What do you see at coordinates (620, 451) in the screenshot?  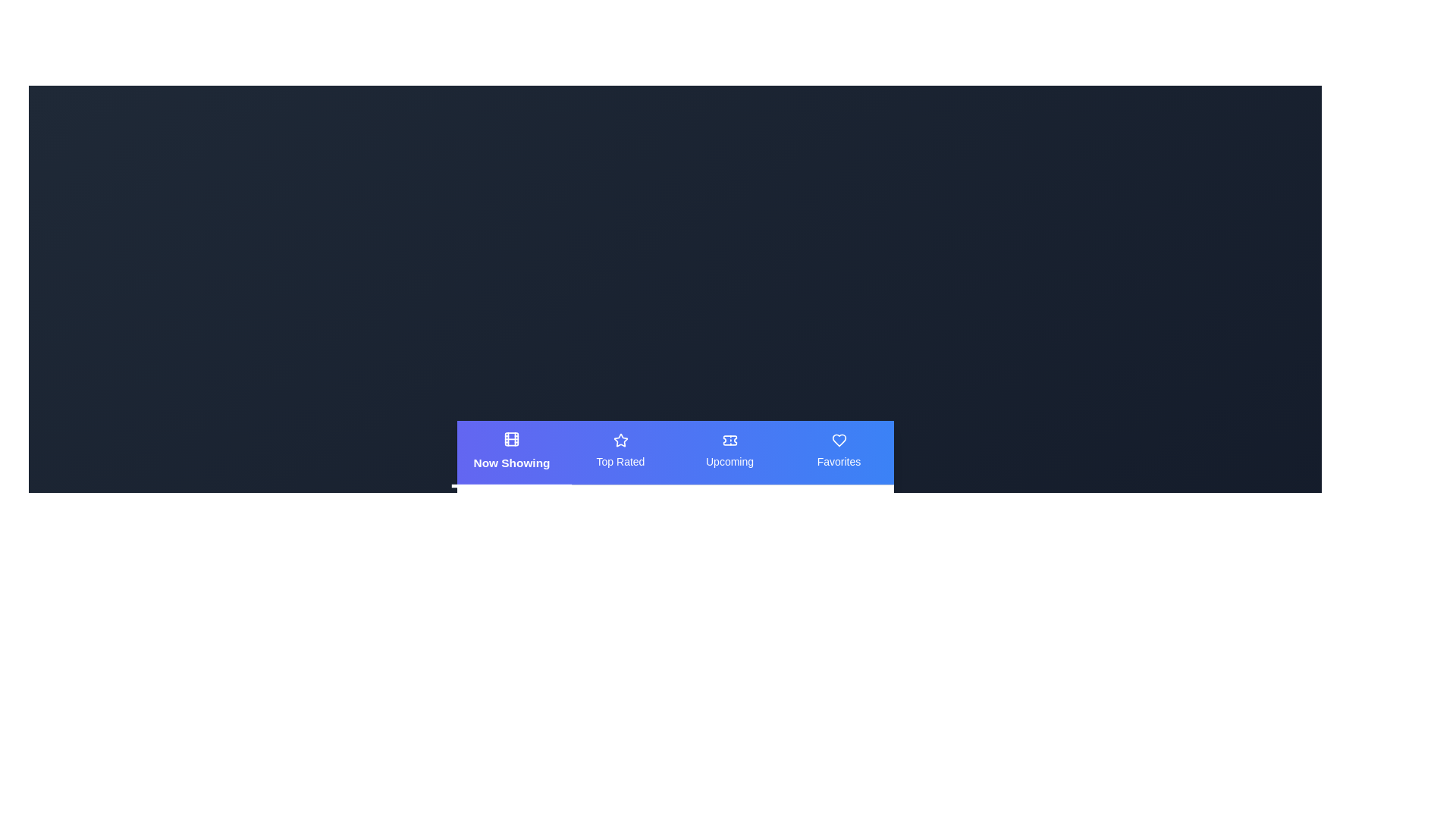 I see `the 'Top Rated' button, which features a star outline icon and is located in the center-bottom menu` at bounding box center [620, 451].